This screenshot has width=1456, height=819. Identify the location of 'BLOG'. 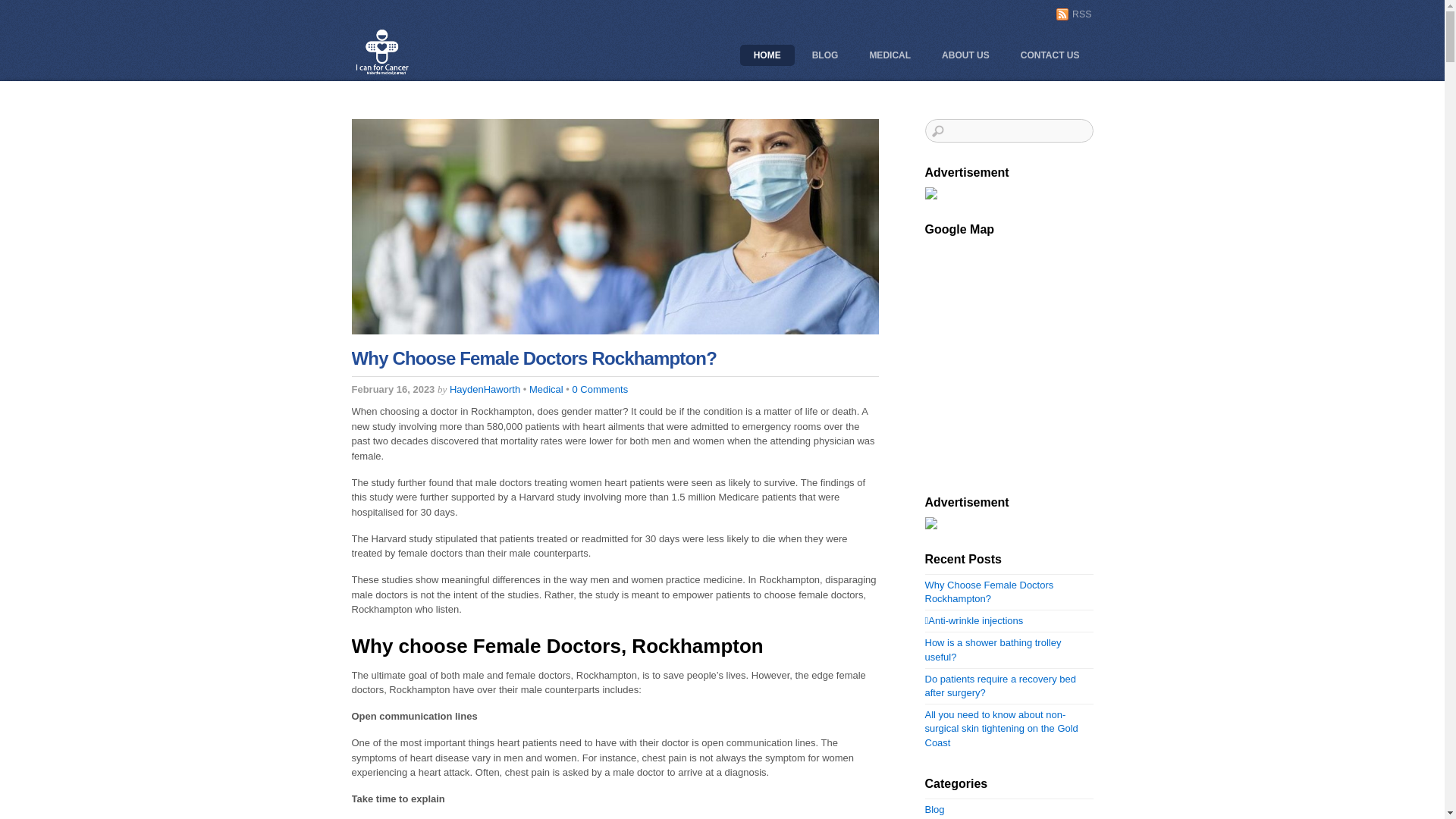
(824, 55).